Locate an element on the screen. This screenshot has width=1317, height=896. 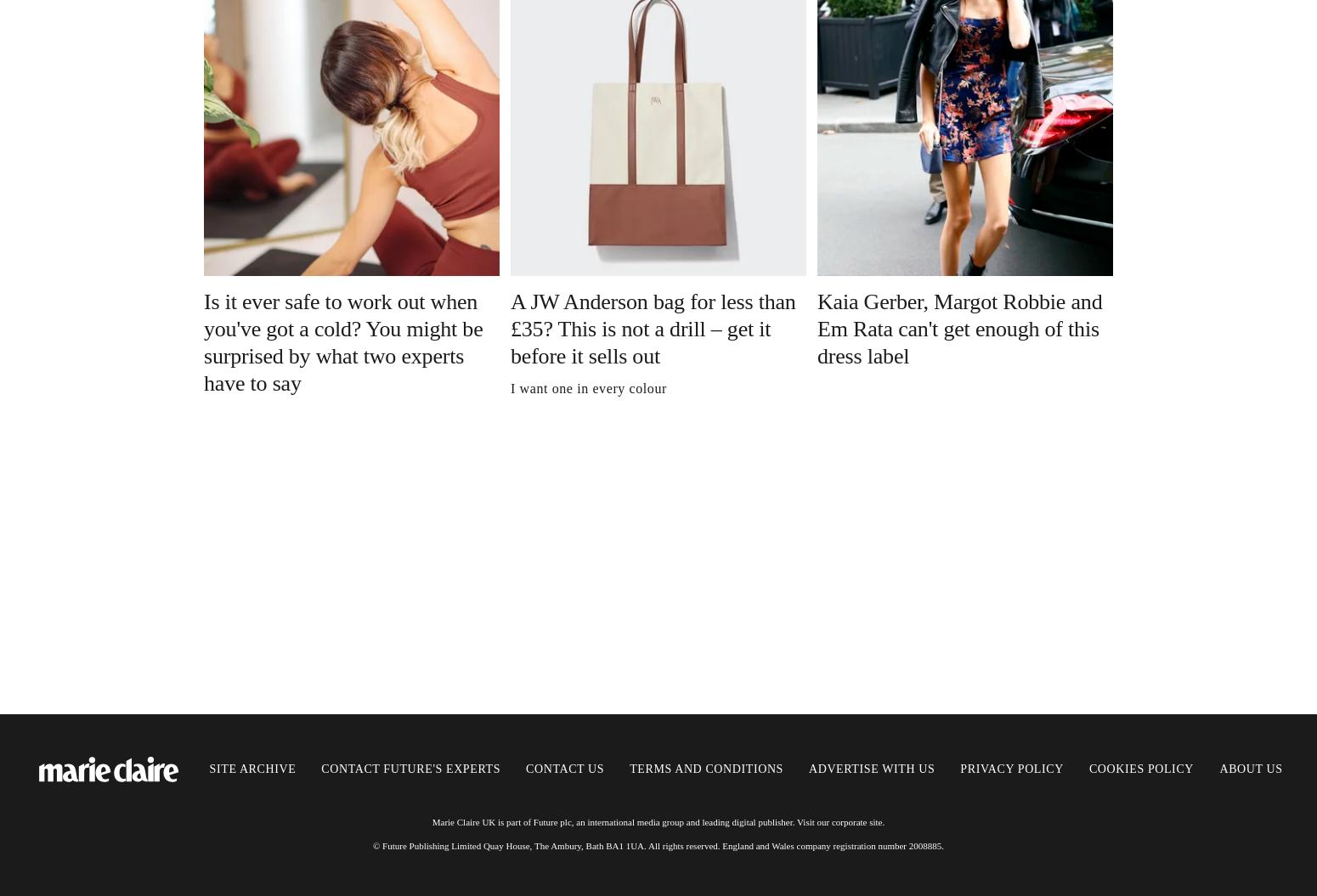
'.' is located at coordinates (883, 821).